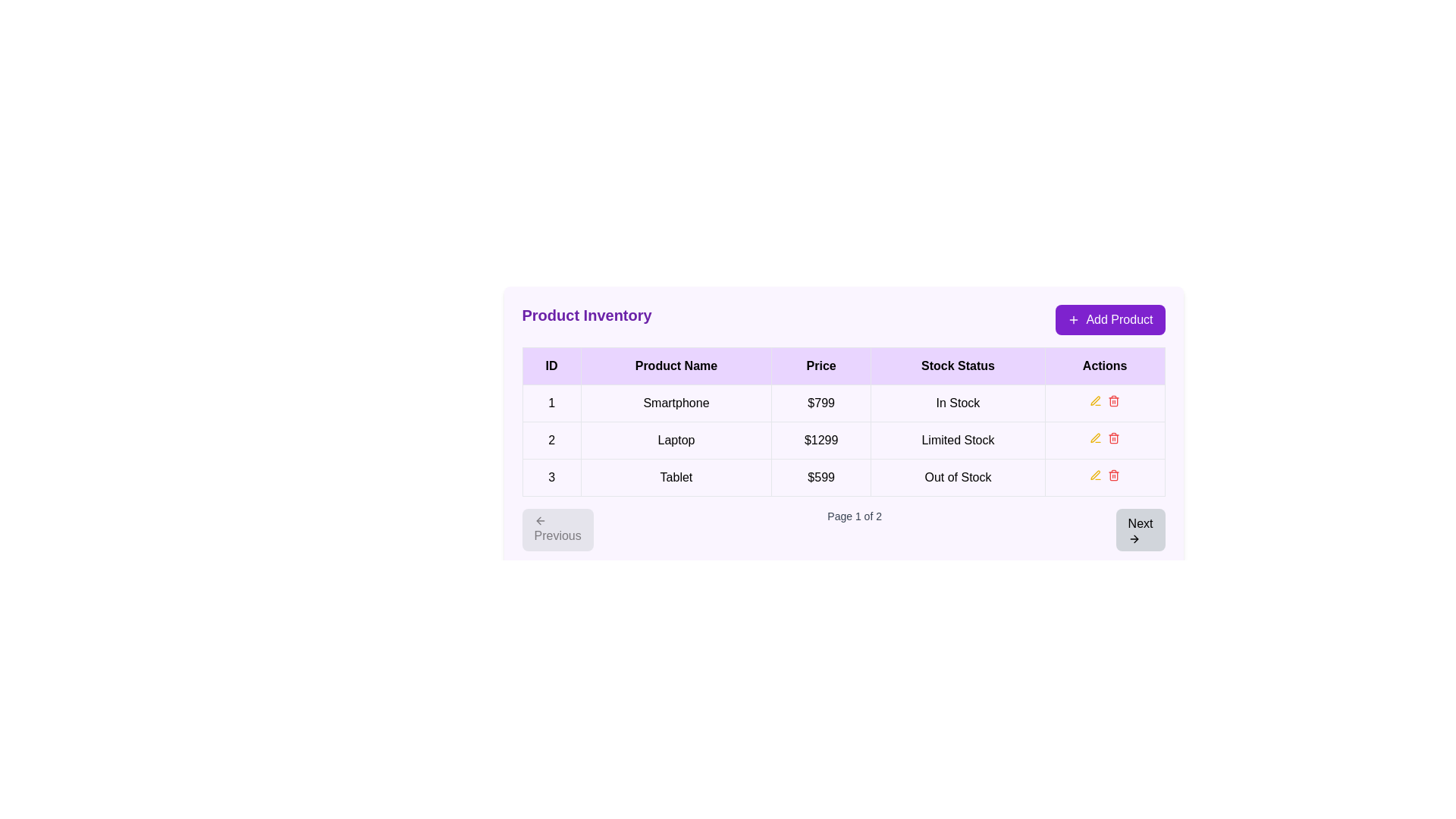 The image size is (1456, 819). I want to click on the table cell in the third row of the 'Product Inventory' table under the 'ID' column, which represents the unique identifier for a product entry, so click(551, 476).